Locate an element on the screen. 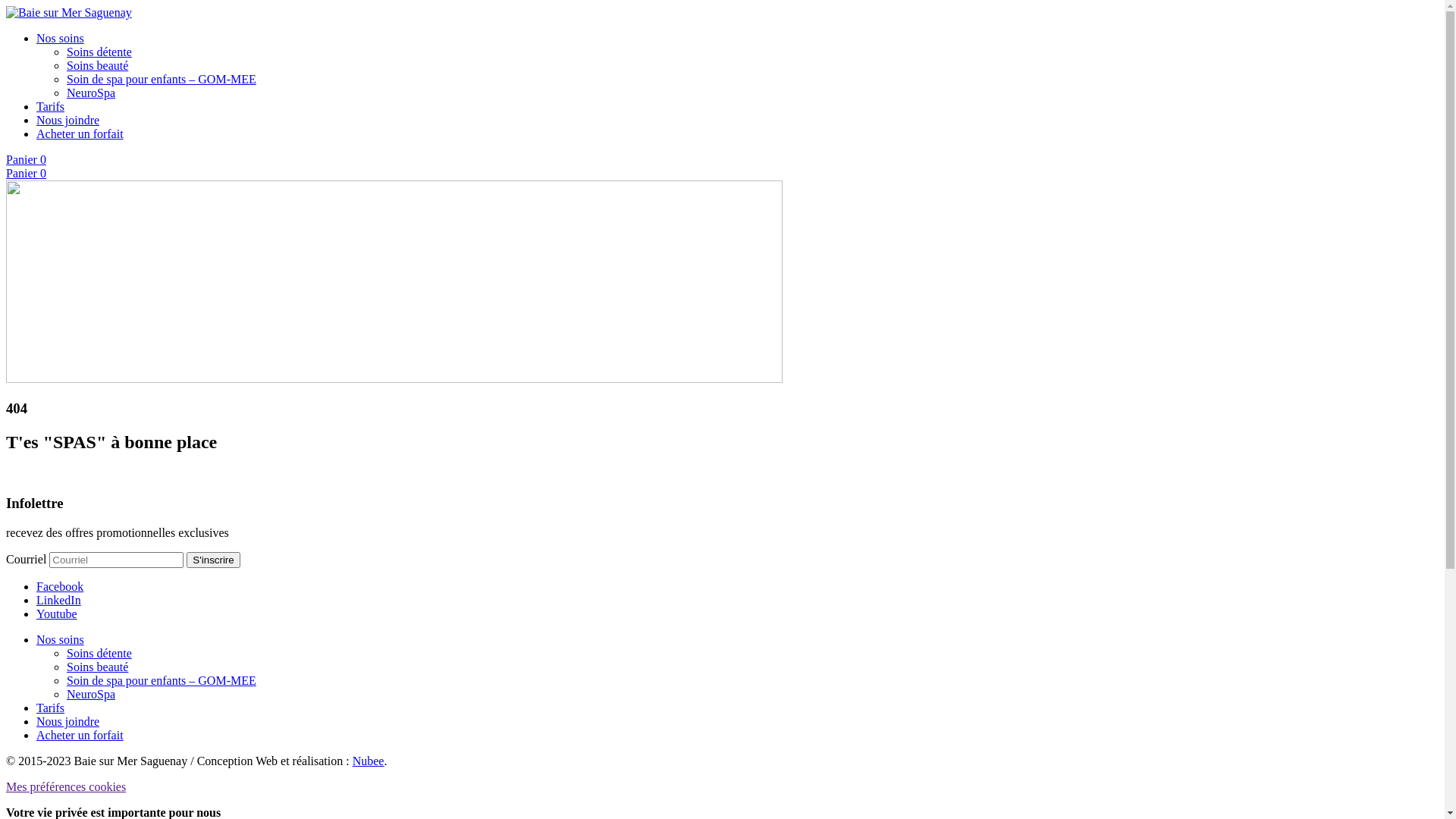 This screenshot has width=1456, height=819. 'Acheter un forfait' is located at coordinates (79, 133).